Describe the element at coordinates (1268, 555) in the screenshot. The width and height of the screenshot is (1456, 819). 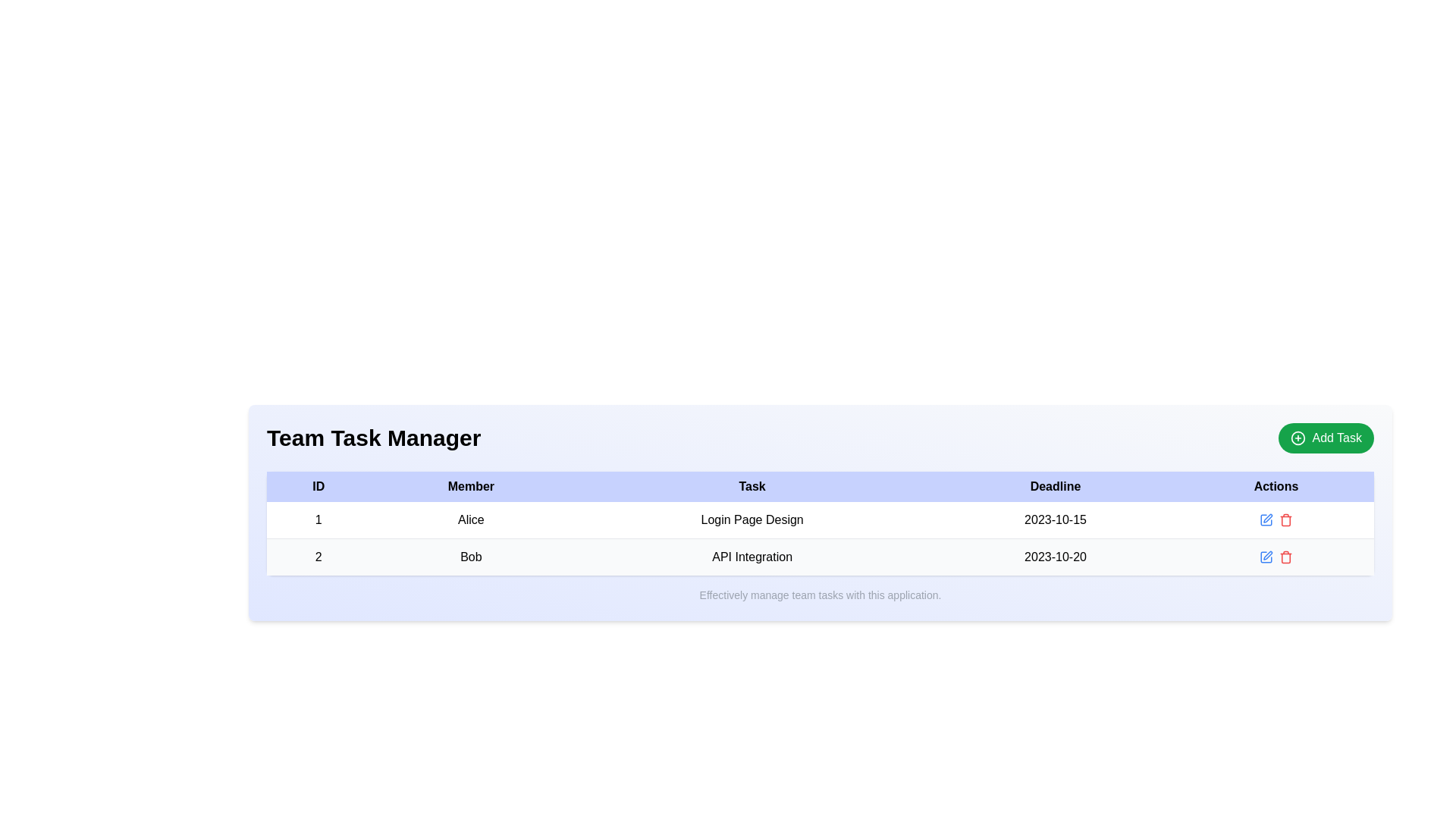
I see `the blue pen and paper icon button located in the 'Actions' column of the second row, associated with the task 'API Integration' and its deadline '2023-10-20'` at that location.